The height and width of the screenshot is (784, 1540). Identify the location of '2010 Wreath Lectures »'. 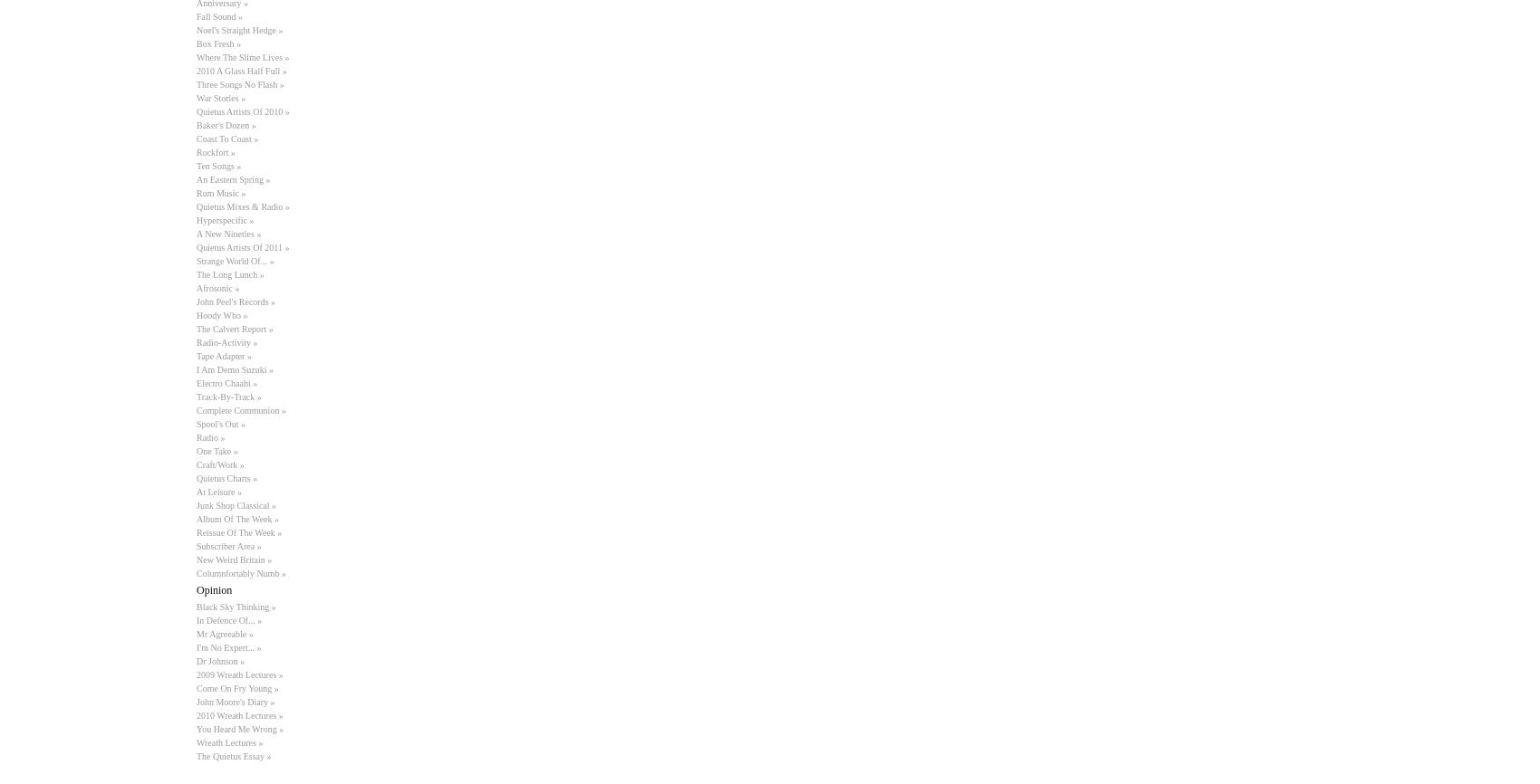
(239, 714).